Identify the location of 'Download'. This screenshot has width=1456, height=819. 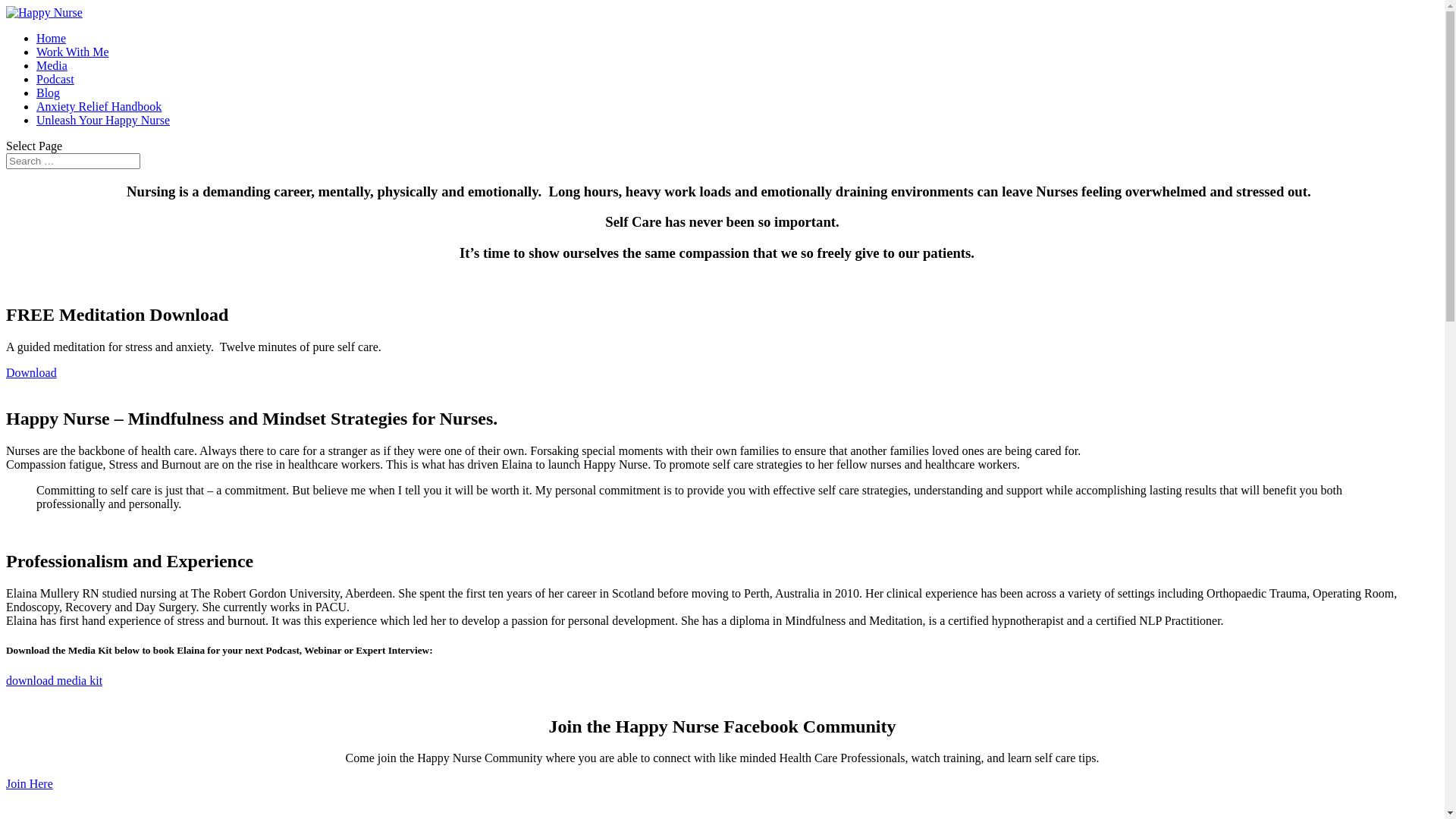
(31, 372).